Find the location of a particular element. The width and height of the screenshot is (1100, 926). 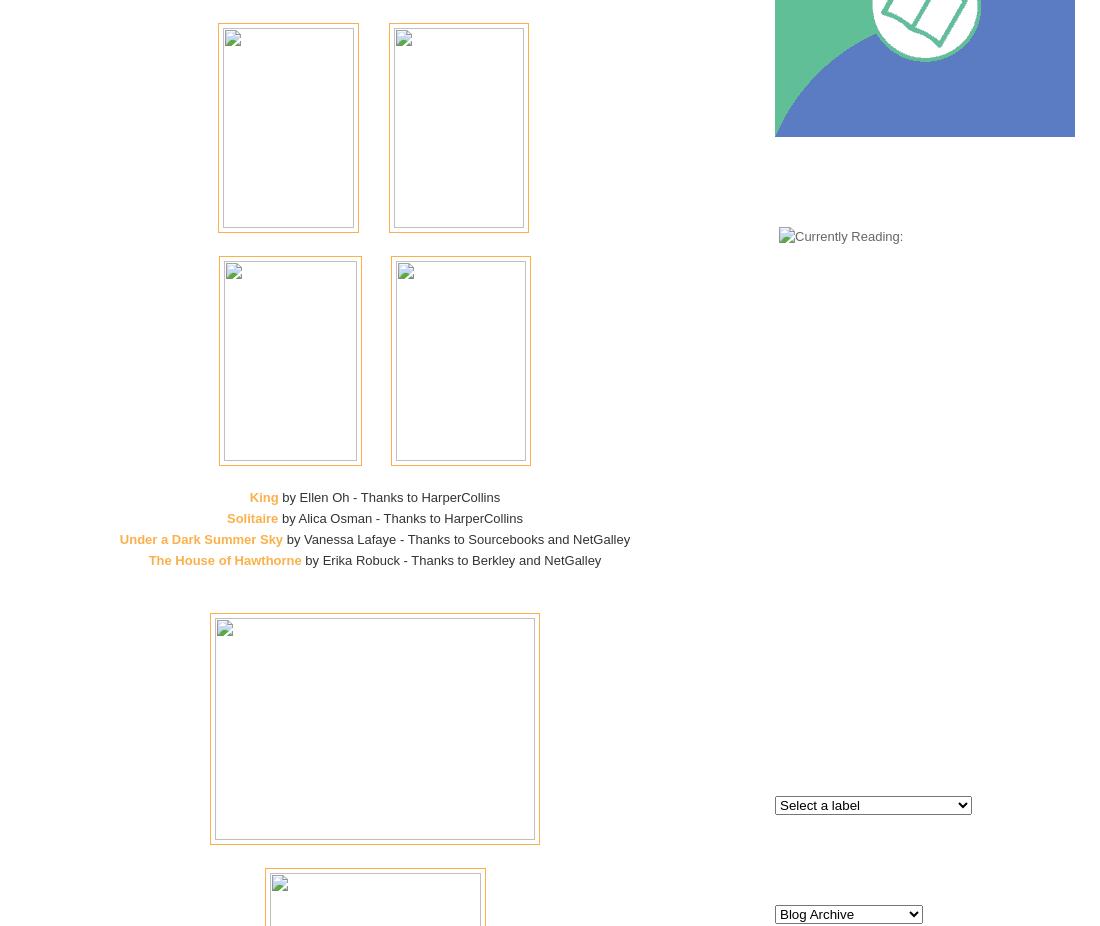

'by Vanessa Lafaye - Thanks to Sourcebooks and NetGalley' is located at coordinates (455, 538).